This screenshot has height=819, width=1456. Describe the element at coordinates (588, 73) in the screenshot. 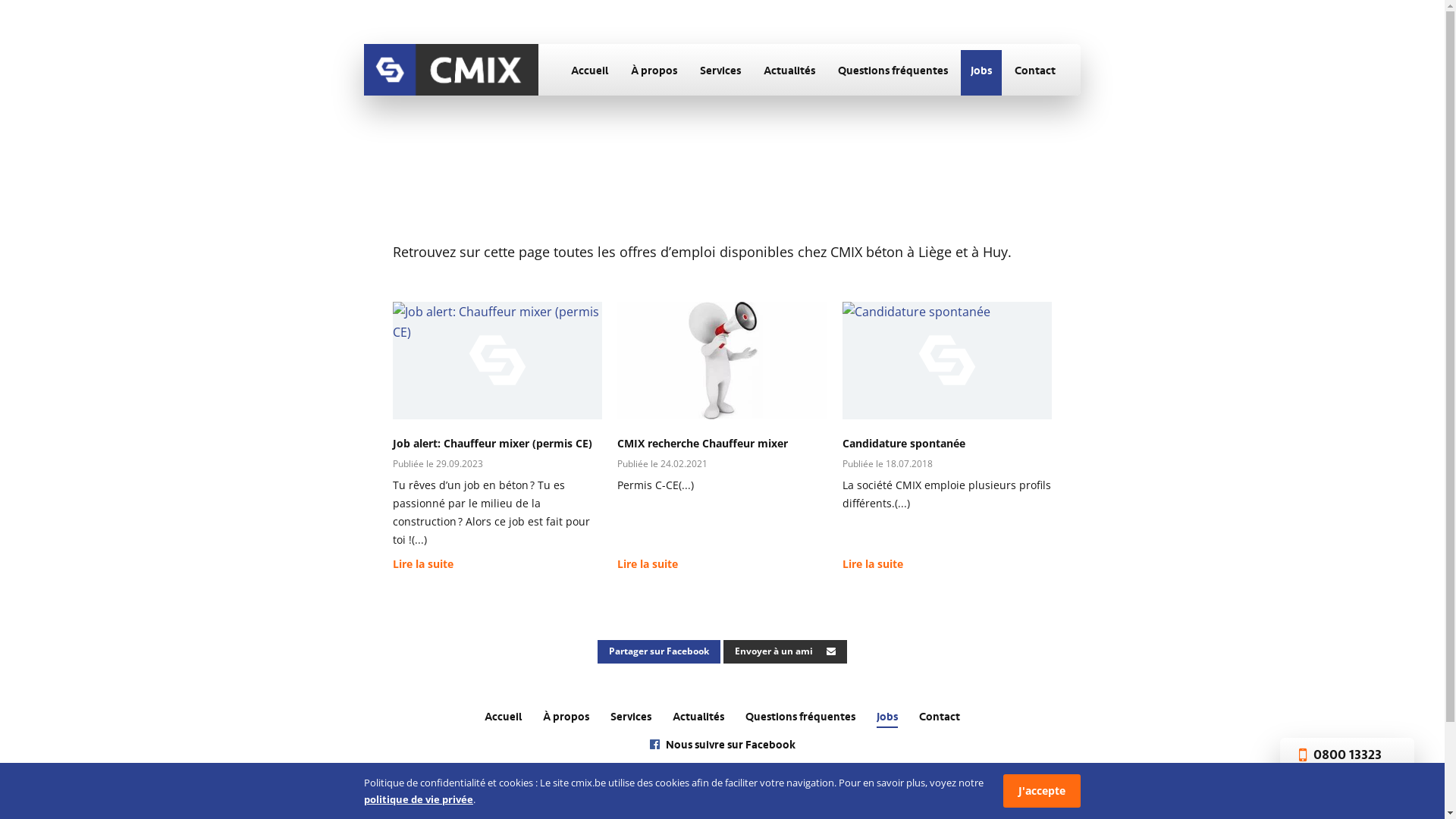

I see `'Accueil'` at that location.